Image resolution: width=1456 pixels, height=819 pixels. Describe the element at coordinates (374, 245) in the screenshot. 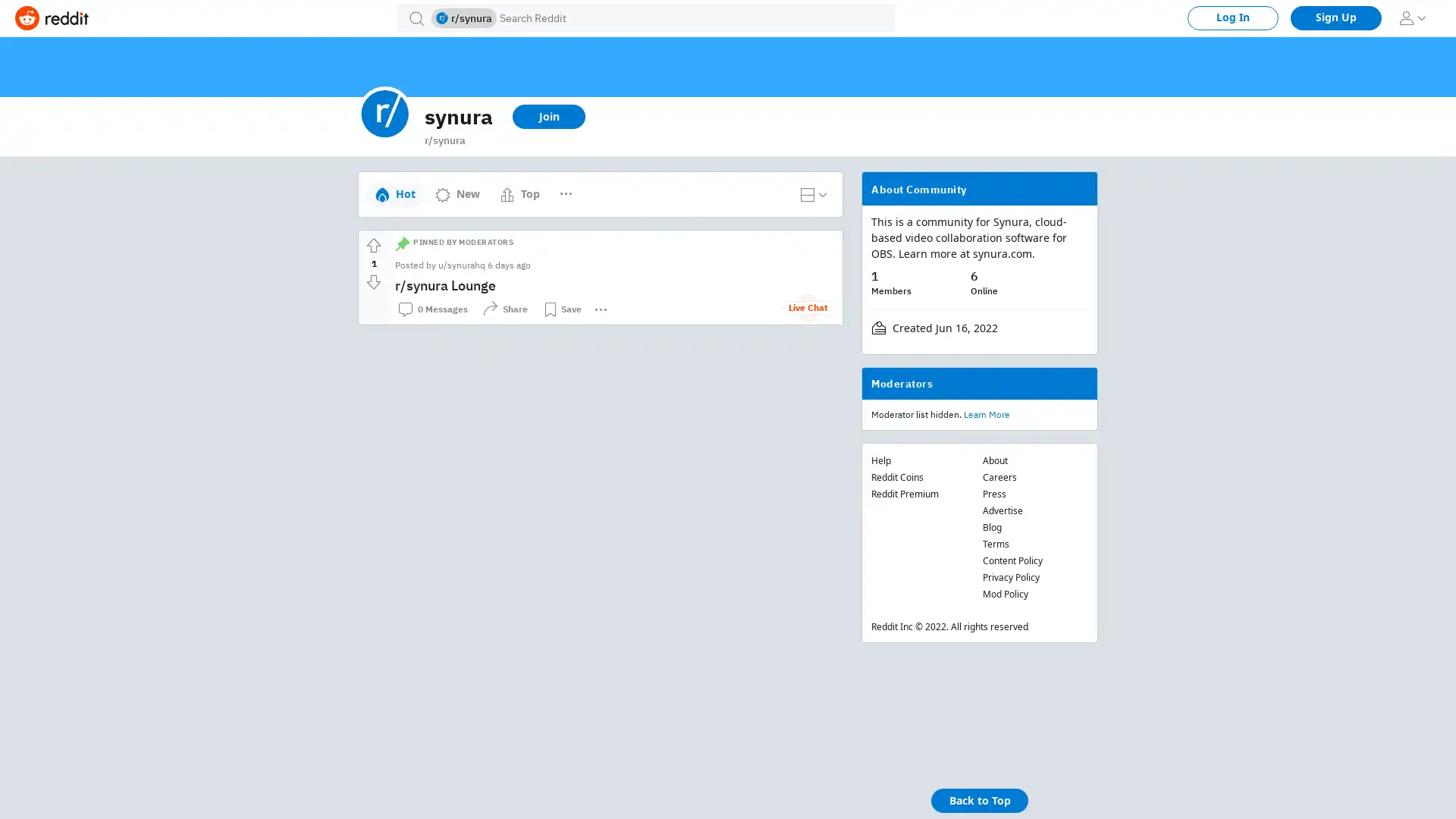

I see `upvote` at that location.